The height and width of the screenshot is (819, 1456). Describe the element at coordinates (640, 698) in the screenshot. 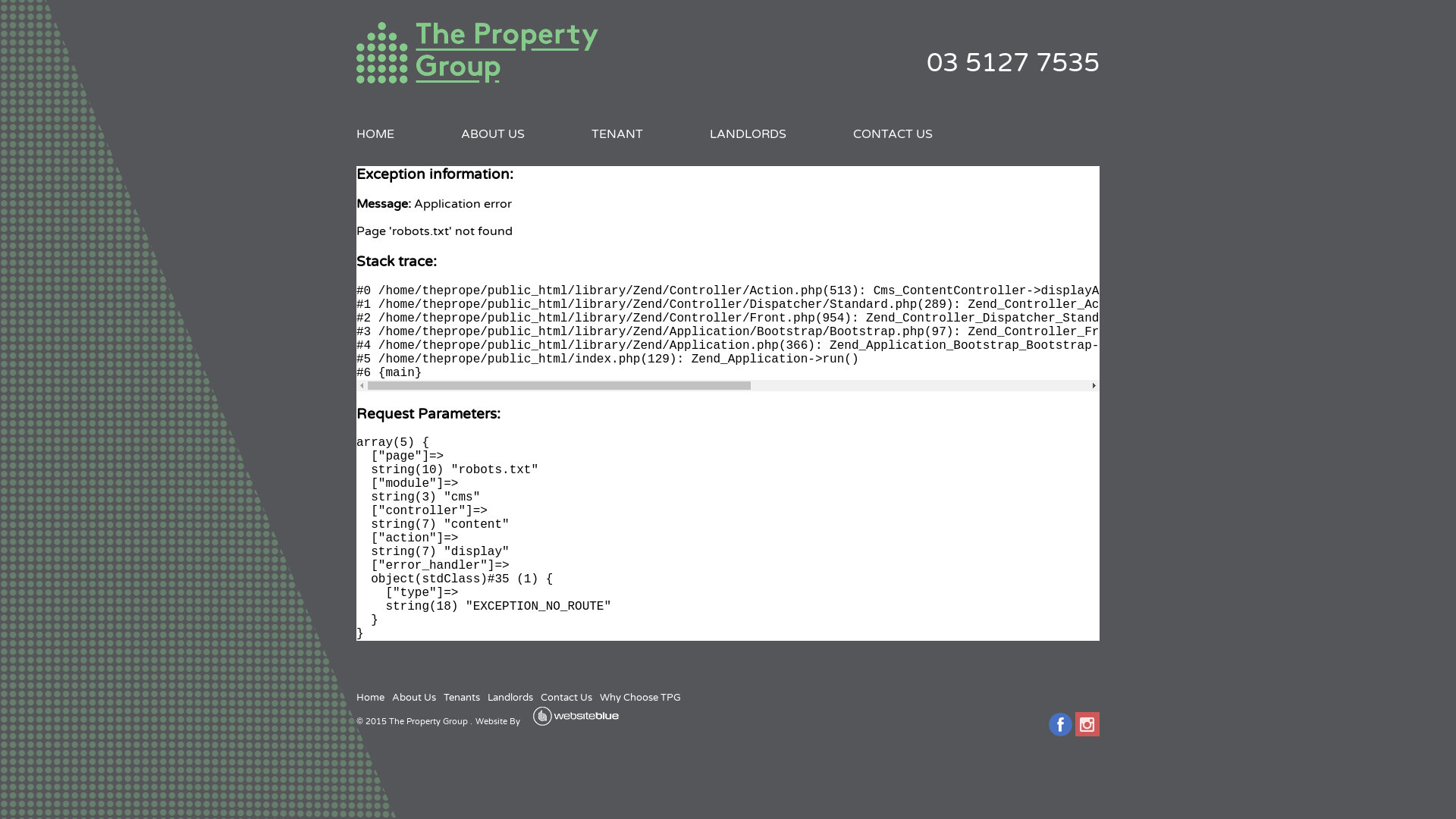

I see `'Why Choose TPG'` at that location.